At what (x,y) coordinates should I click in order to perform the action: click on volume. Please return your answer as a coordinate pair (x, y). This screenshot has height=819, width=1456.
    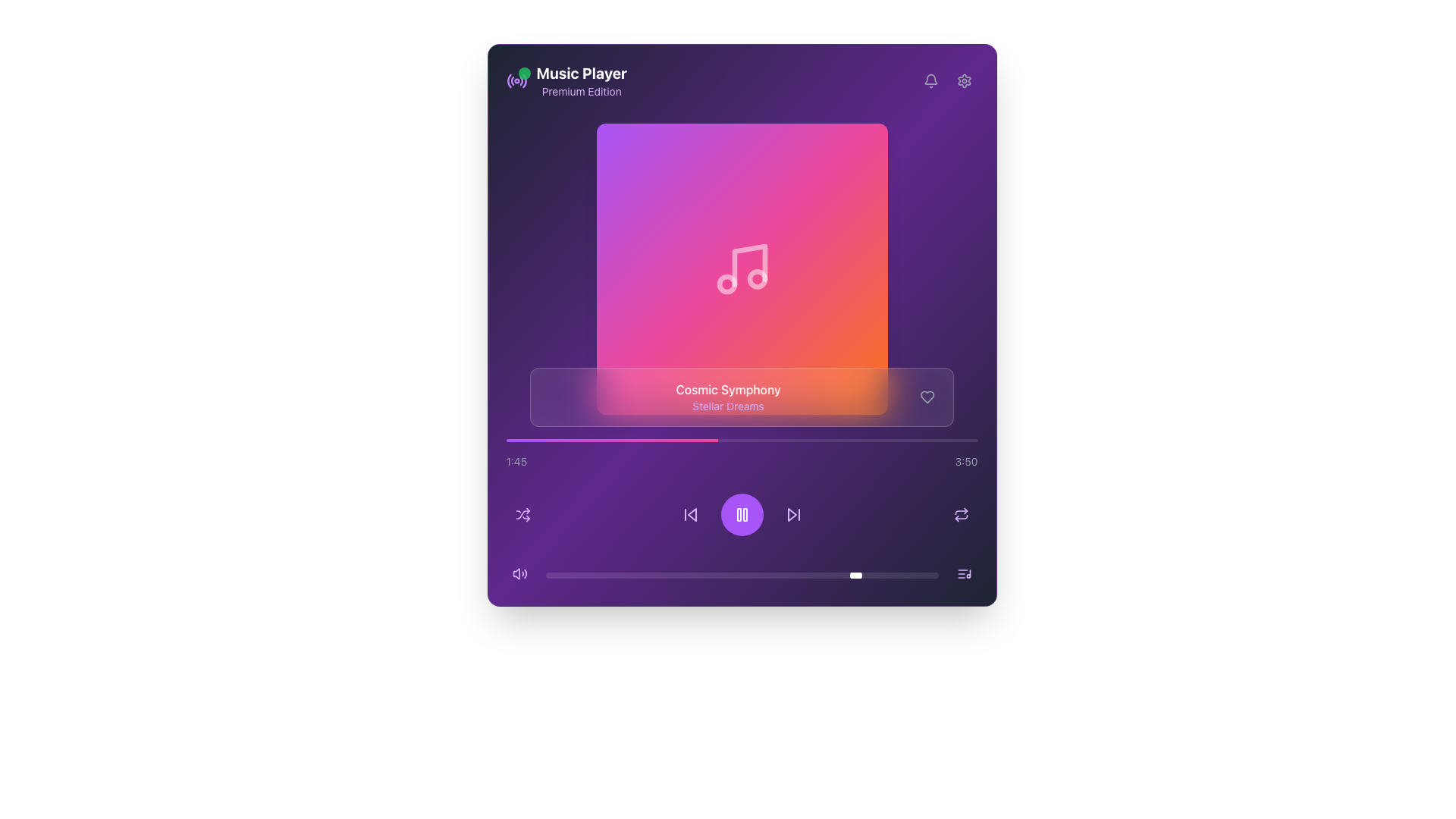
    Looking at the image, I should click on (792, 576).